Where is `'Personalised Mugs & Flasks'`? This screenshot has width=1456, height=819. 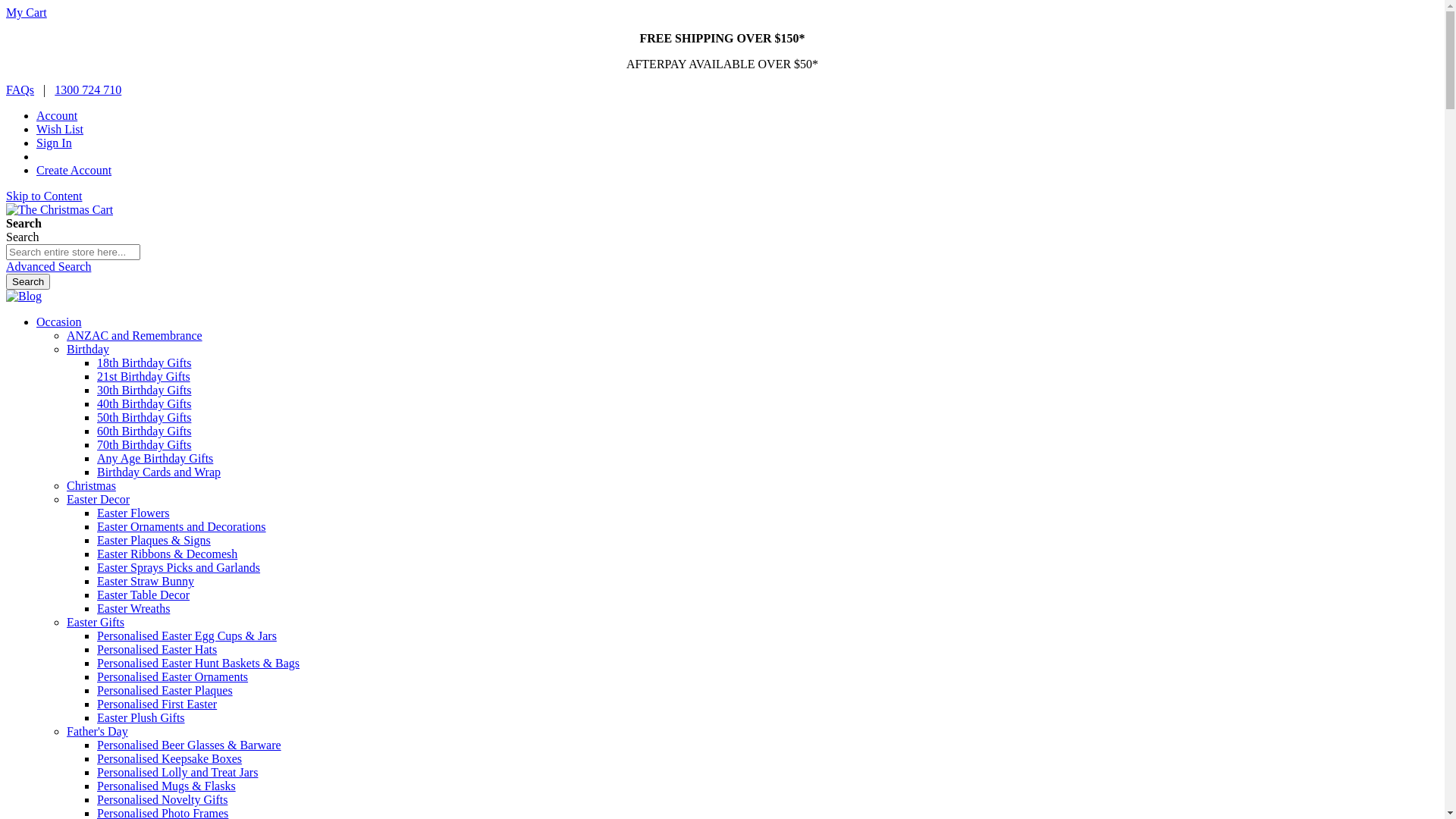
'Personalised Mugs & Flasks' is located at coordinates (166, 785).